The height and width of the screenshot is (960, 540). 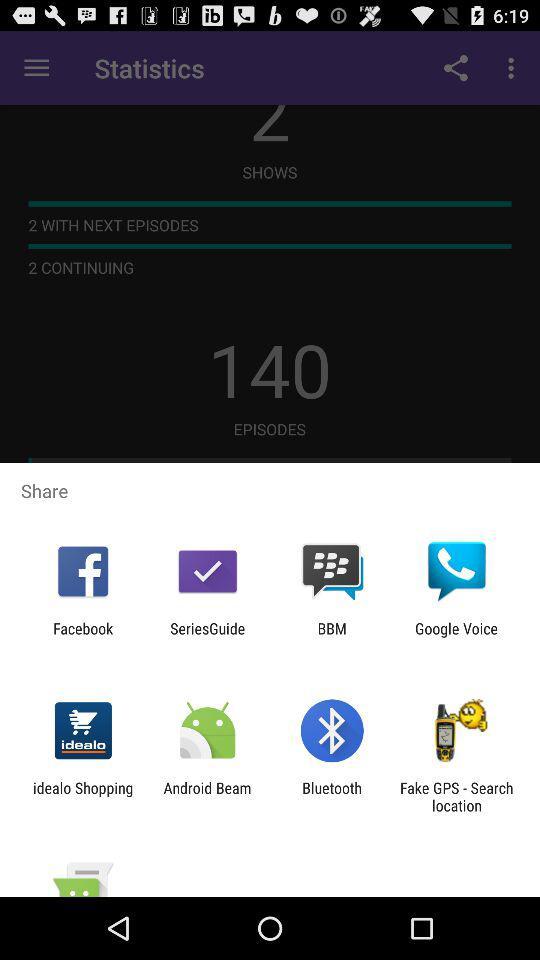 What do you see at coordinates (332, 636) in the screenshot?
I see `the item next to seriesguide app` at bounding box center [332, 636].